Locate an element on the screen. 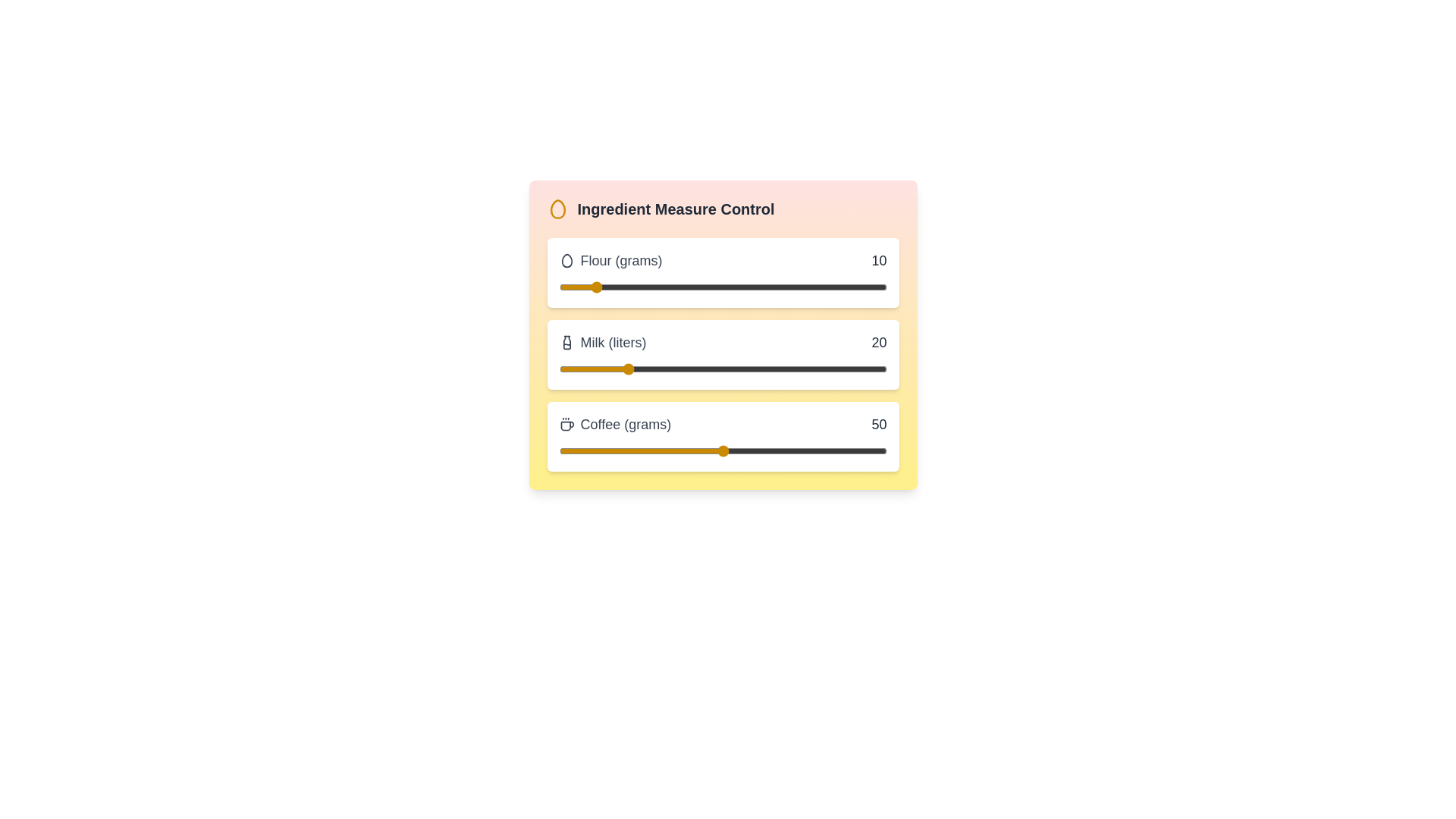  ingredient measurement is located at coordinates (772, 287).